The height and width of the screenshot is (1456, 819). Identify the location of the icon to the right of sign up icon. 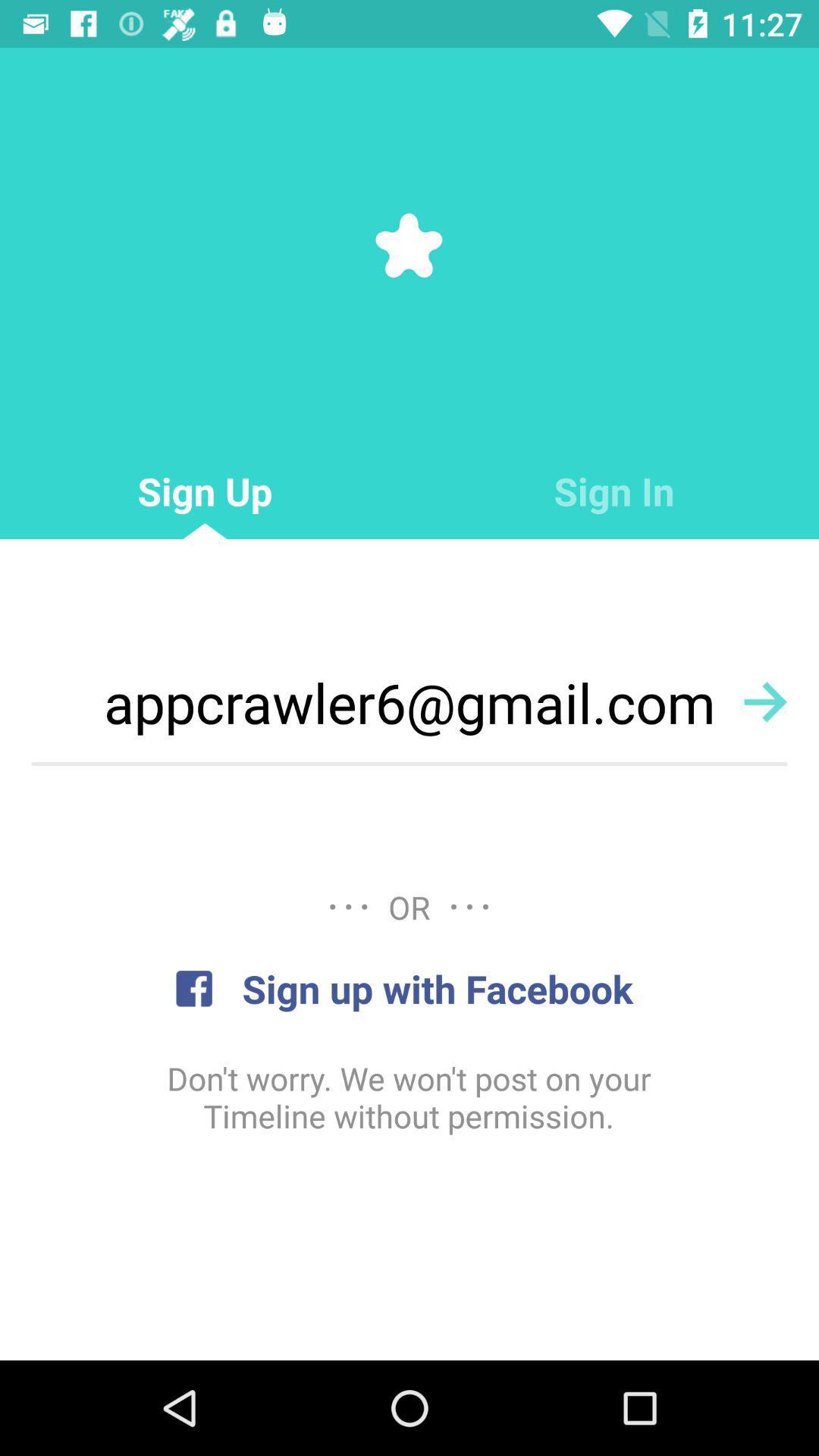
(614, 491).